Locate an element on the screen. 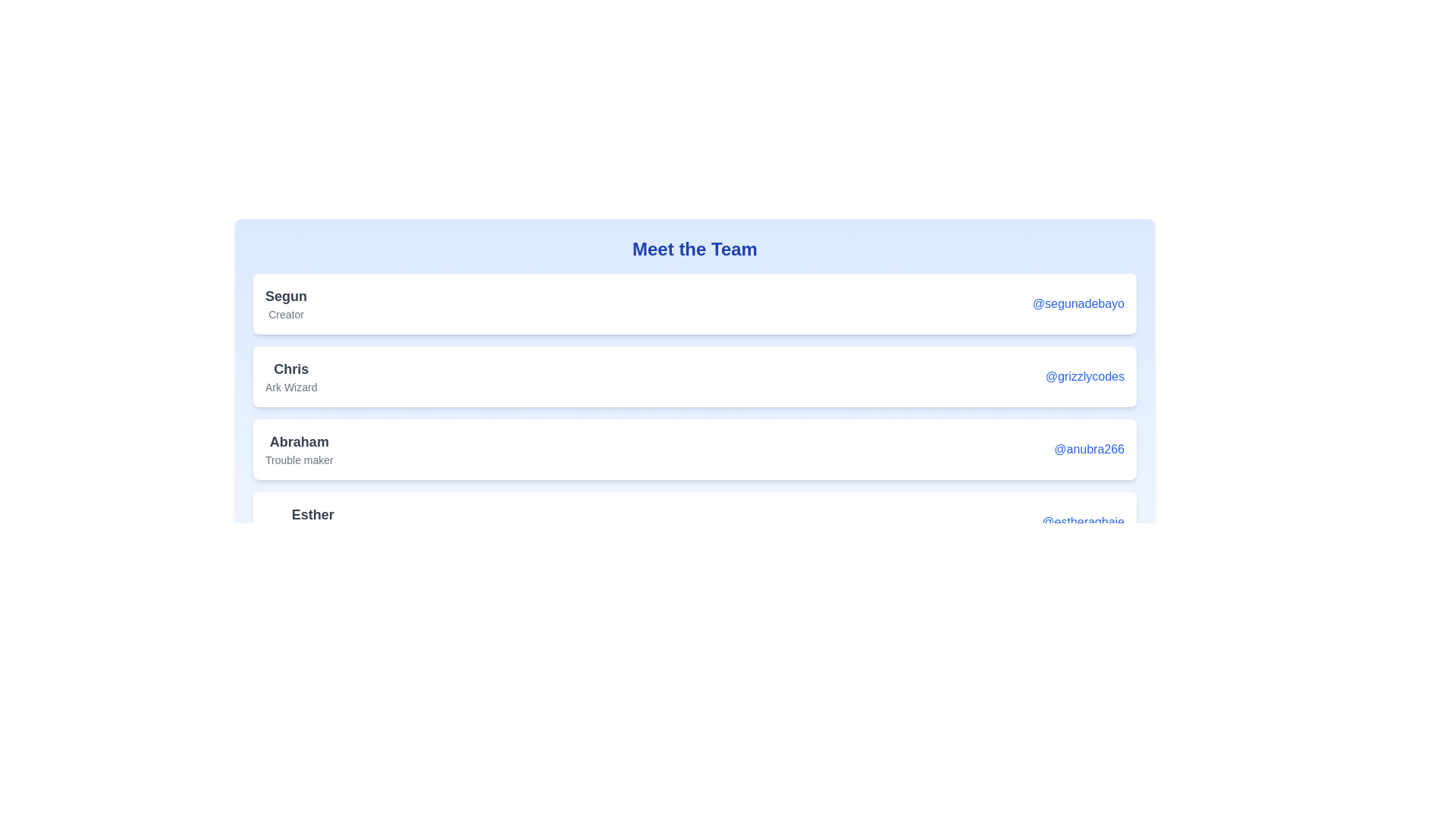  the Text Label styled in a large, bold font in dark gray color within the second user profile box from the top in the 'Meet the Team' section, which is positioned above the description 'Ark Wizard' is located at coordinates (291, 369).